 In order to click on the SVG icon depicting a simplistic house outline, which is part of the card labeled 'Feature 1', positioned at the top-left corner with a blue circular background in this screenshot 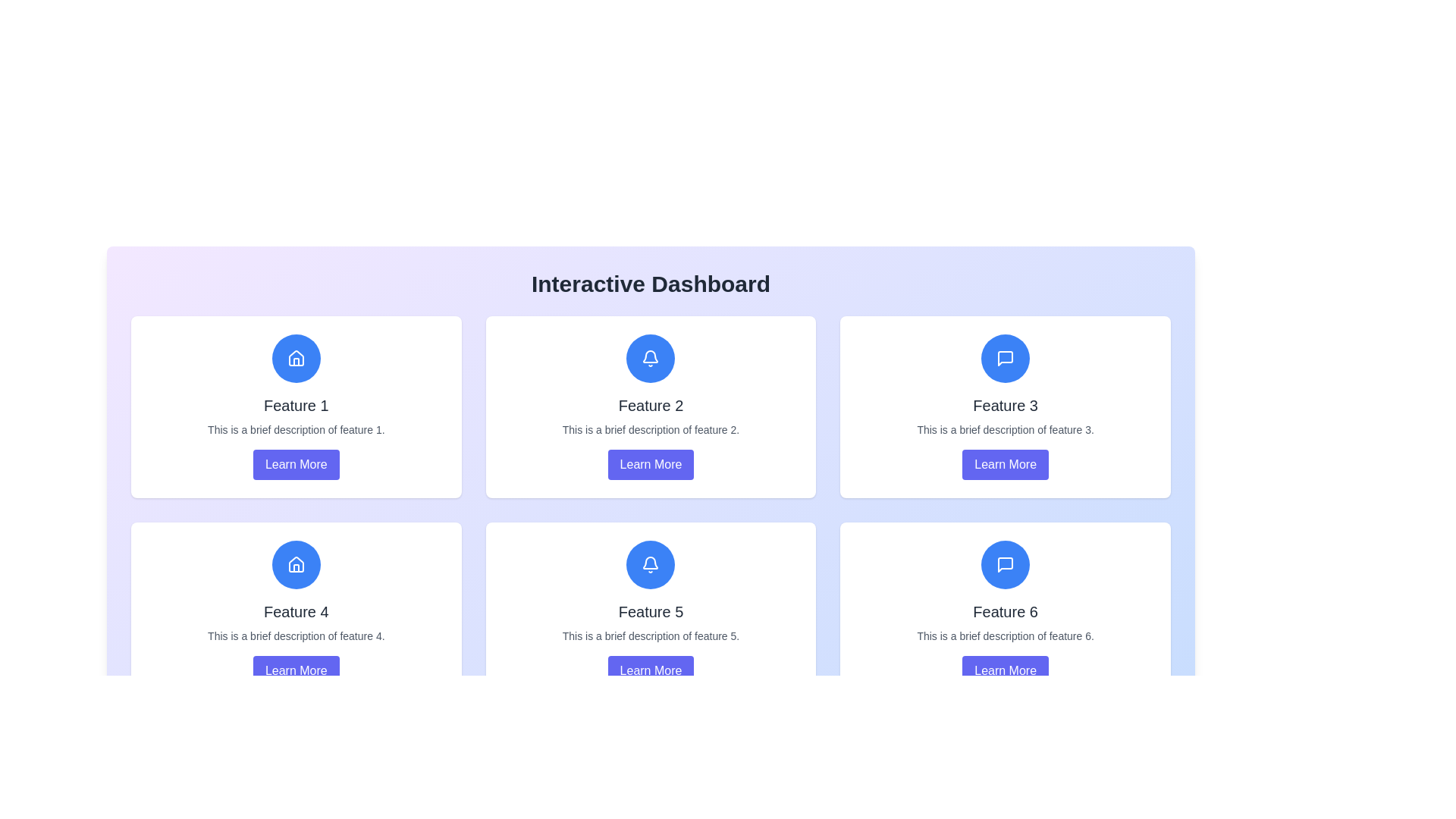, I will do `click(296, 359)`.